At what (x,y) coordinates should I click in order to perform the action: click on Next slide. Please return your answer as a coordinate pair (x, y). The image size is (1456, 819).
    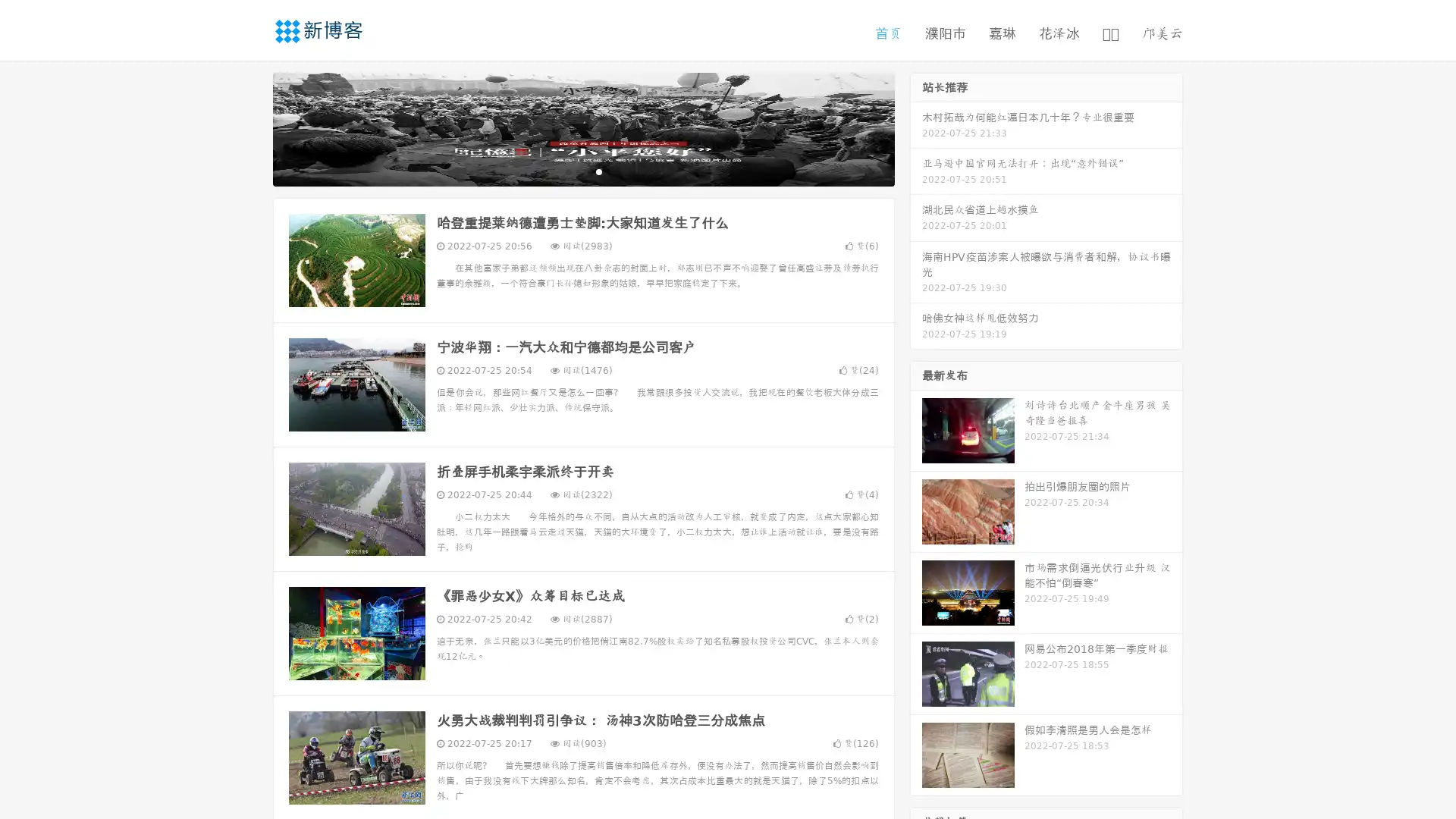
    Looking at the image, I should click on (916, 127).